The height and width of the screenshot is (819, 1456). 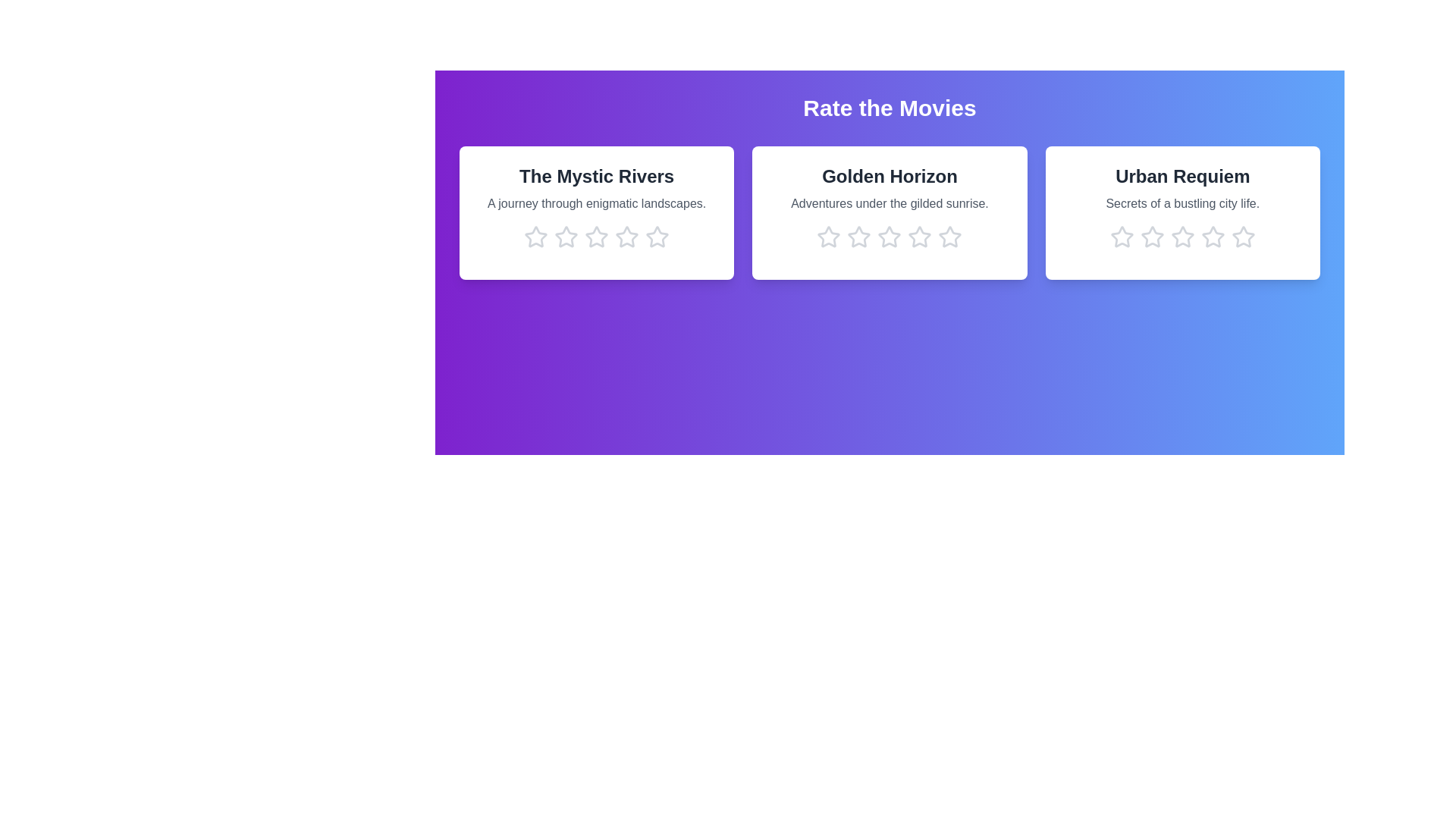 I want to click on the star corresponding to 2 stars in the movie card titled 'The Mystic Rivers', so click(x=566, y=237).